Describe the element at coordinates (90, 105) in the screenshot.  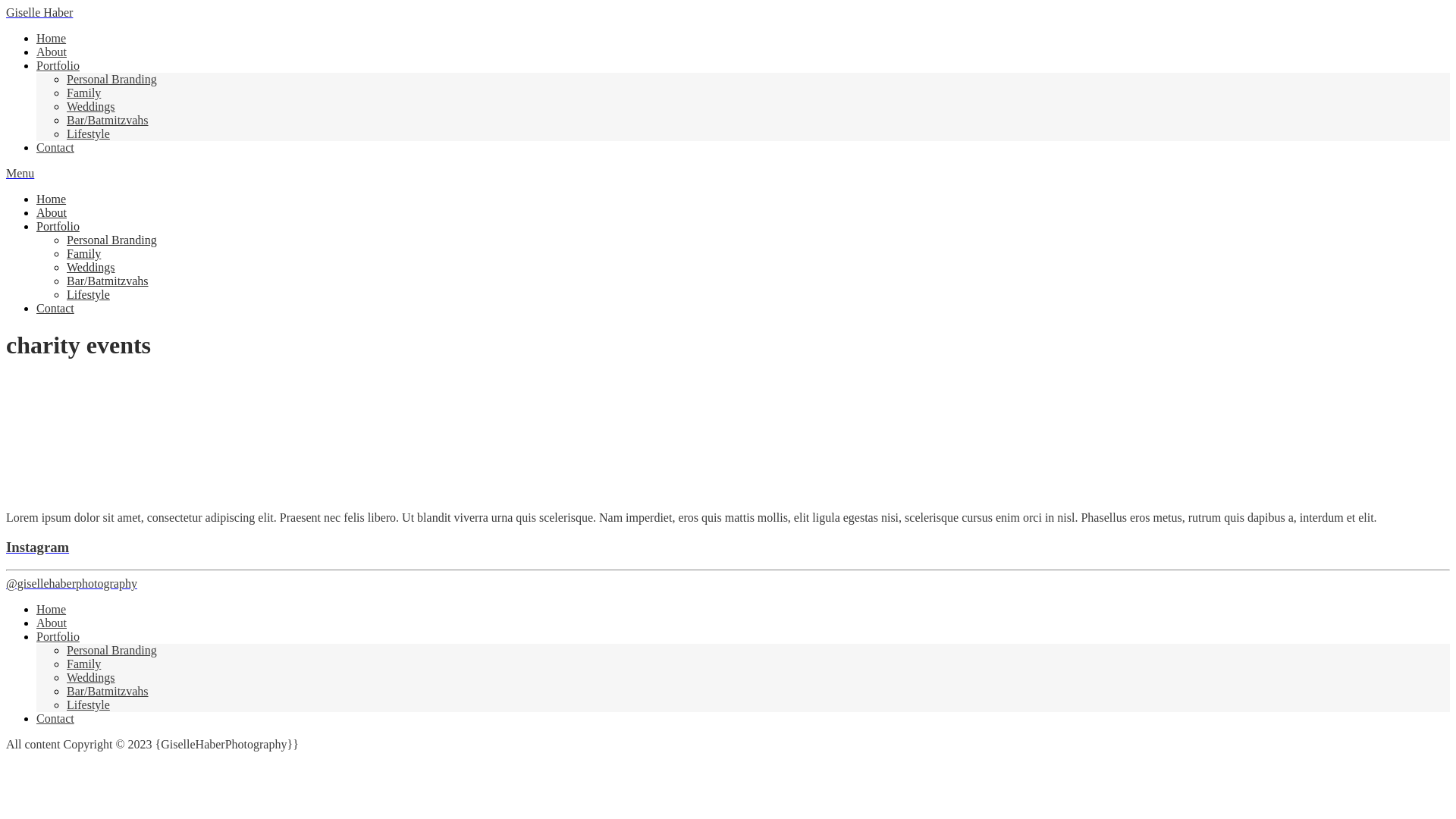
I see `'Weddings'` at that location.